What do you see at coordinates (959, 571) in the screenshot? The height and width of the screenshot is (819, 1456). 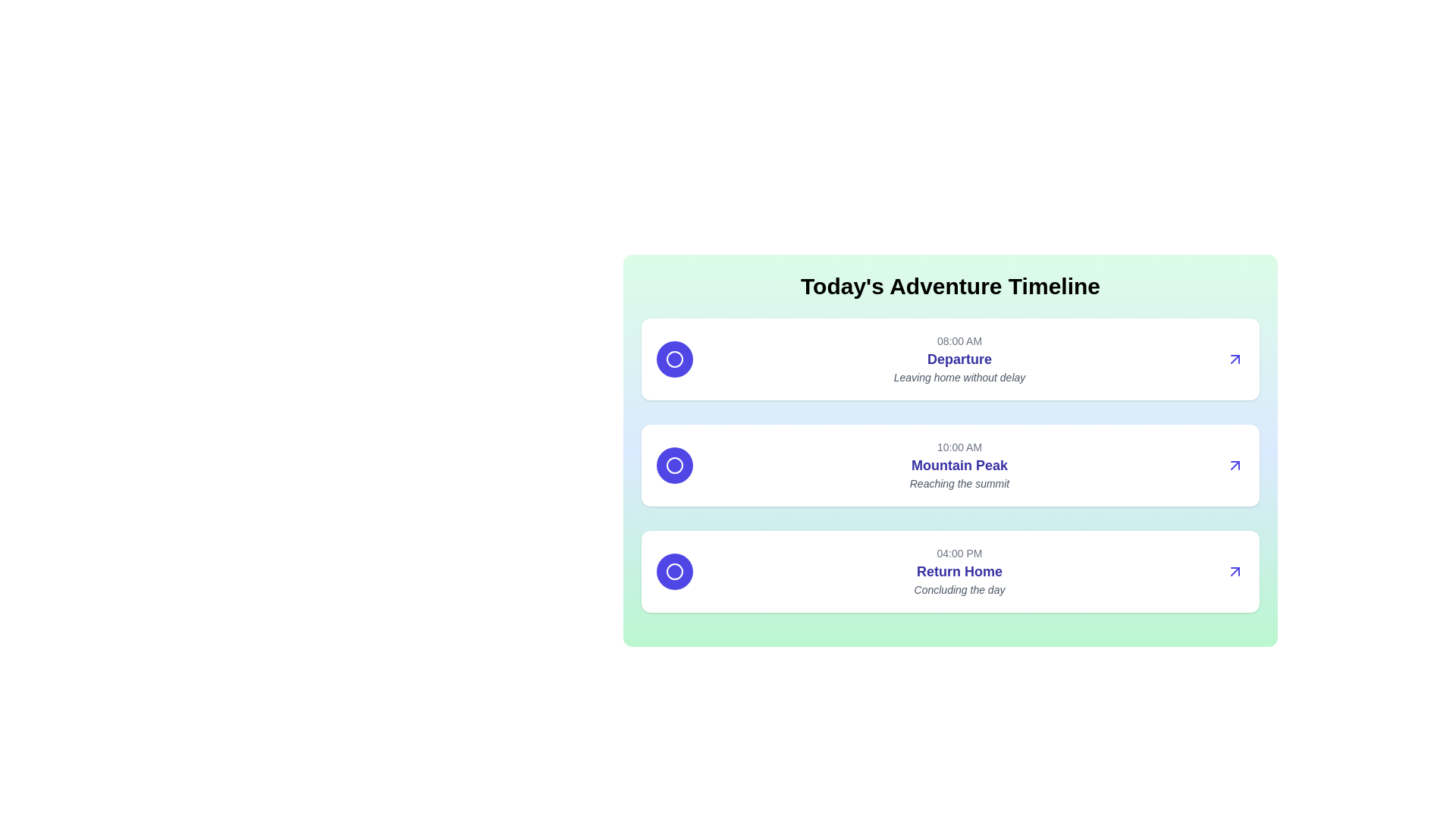 I see `the timeline entry displaying 'Return Home' at '04:00 PM'` at bounding box center [959, 571].